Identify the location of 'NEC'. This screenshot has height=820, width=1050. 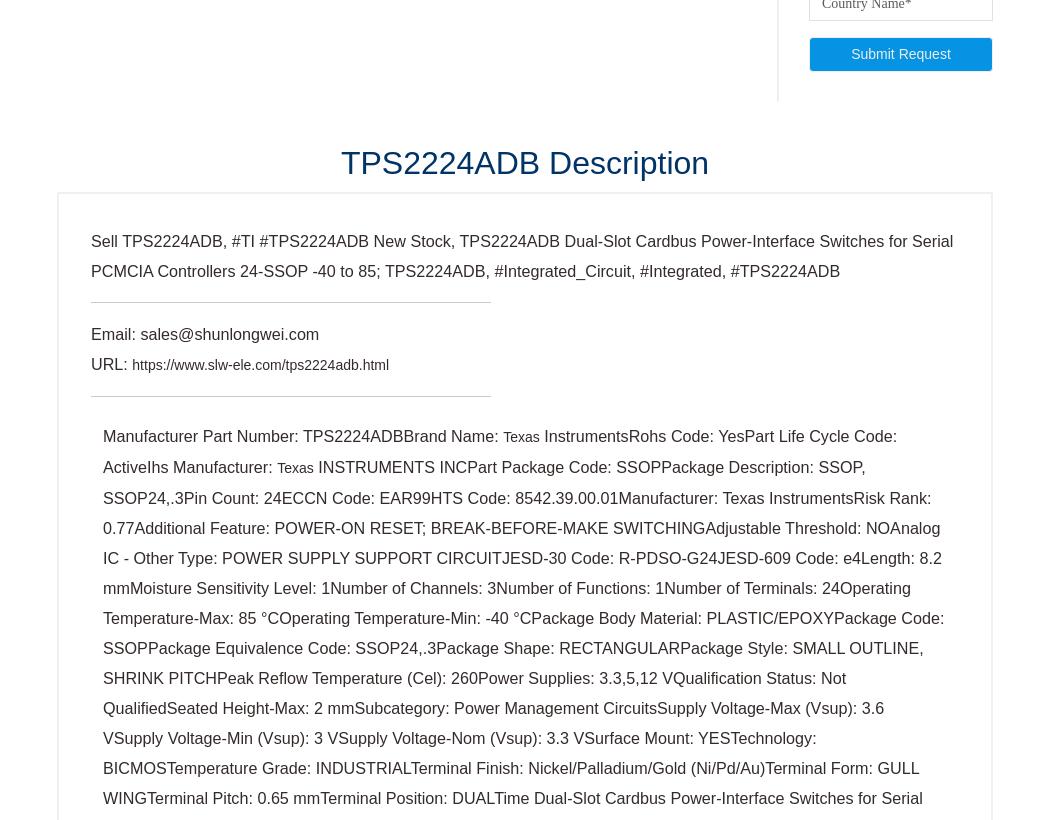
(102, 589).